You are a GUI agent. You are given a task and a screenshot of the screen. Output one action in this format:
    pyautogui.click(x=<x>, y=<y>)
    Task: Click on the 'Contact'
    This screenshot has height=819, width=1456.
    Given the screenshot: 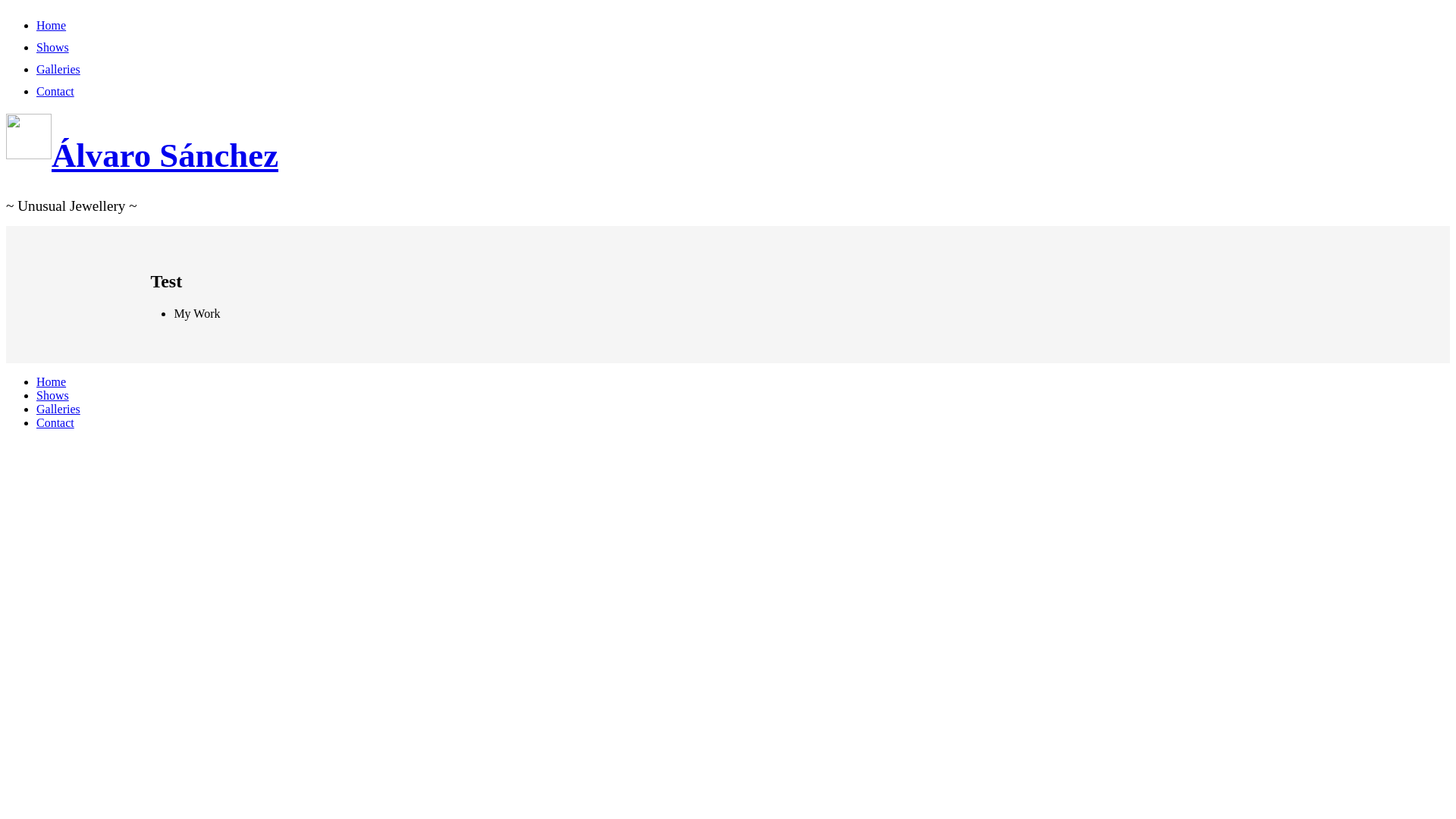 What is the action you would take?
    pyautogui.click(x=55, y=422)
    